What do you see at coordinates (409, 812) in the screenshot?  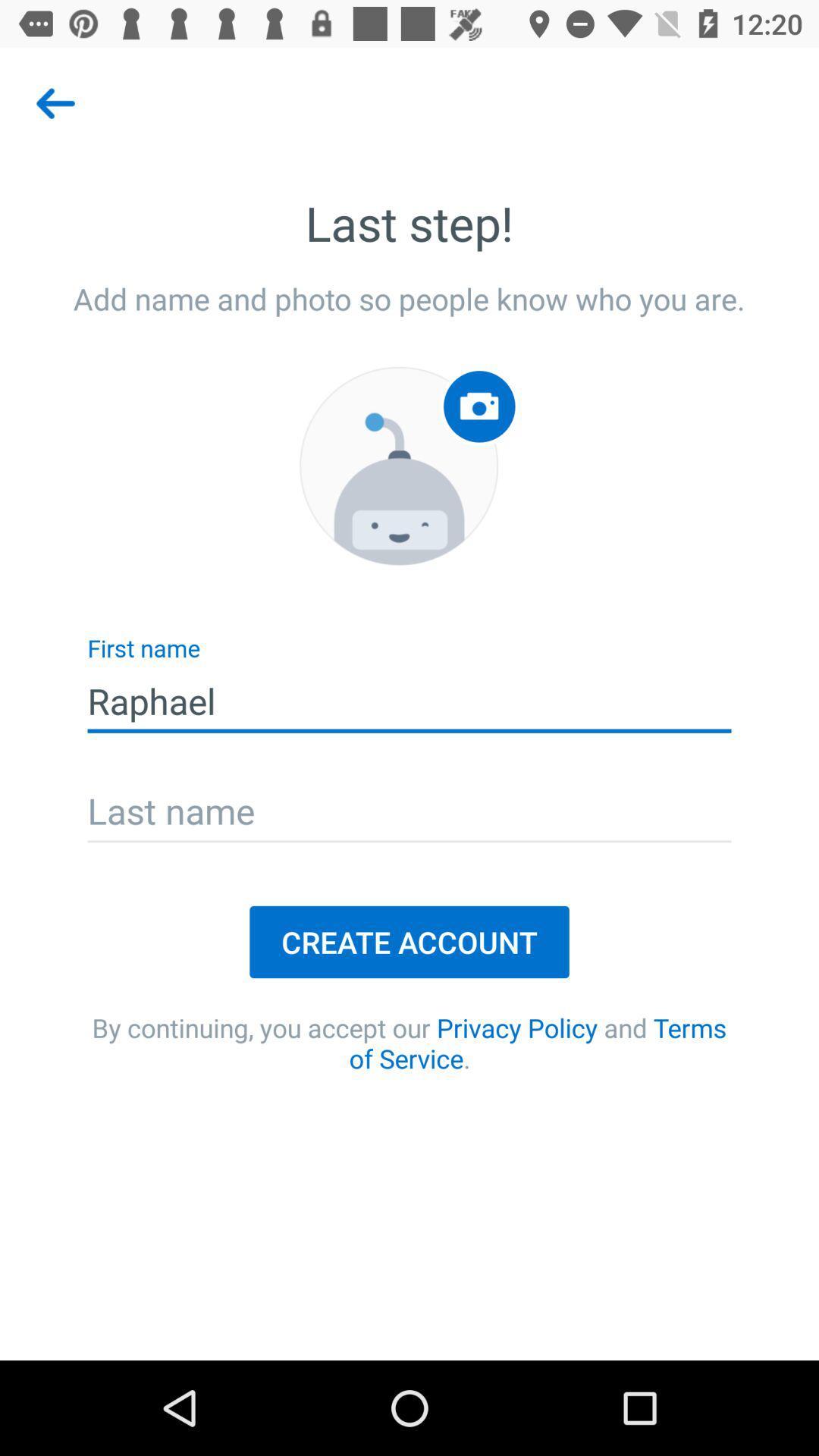 I see `the icon above create account item` at bounding box center [409, 812].